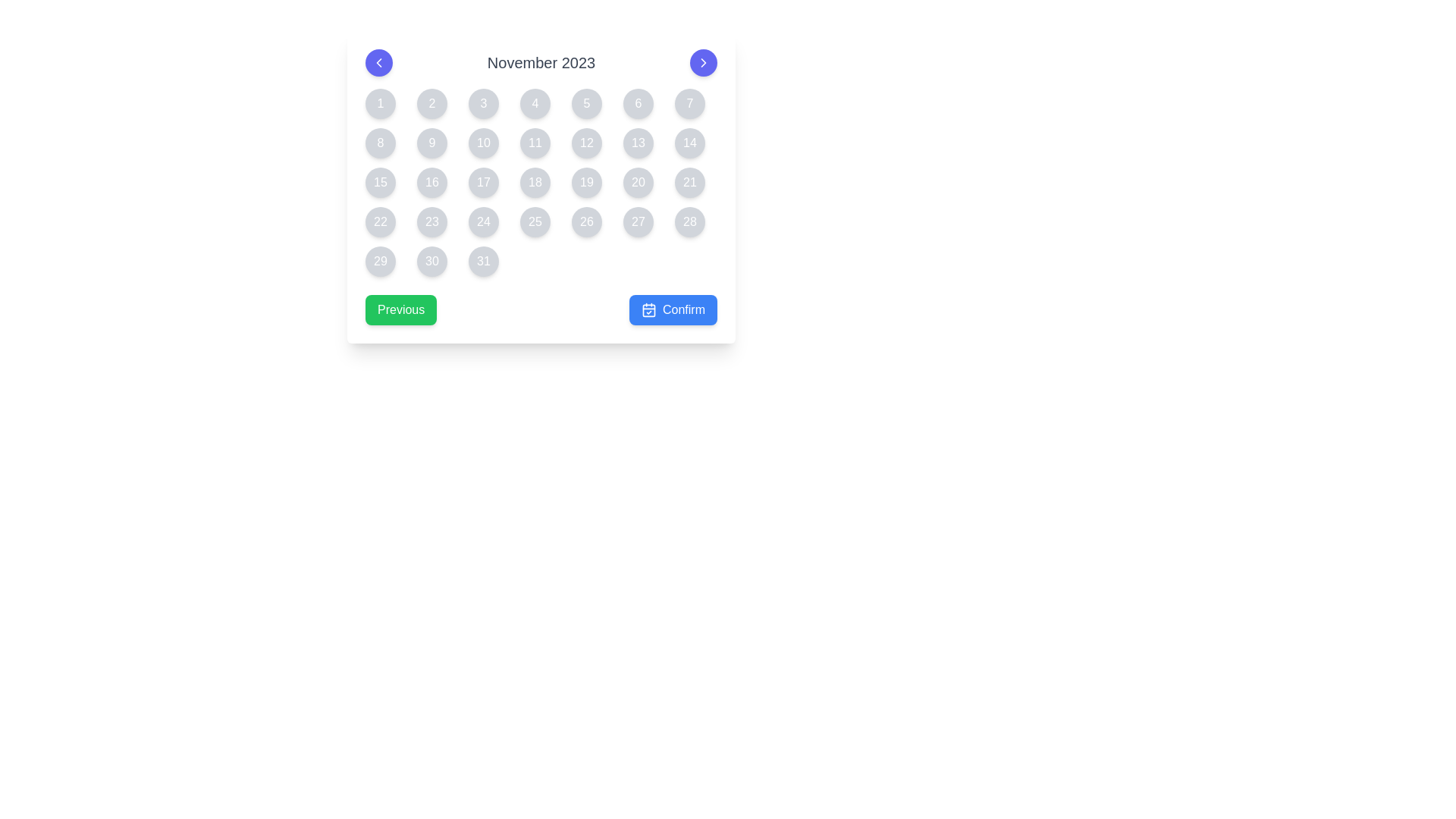 The height and width of the screenshot is (819, 1456). What do you see at coordinates (483, 143) in the screenshot?
I see `the button representing the date '10' in the calendar interface` at bounding box center [483, 143].